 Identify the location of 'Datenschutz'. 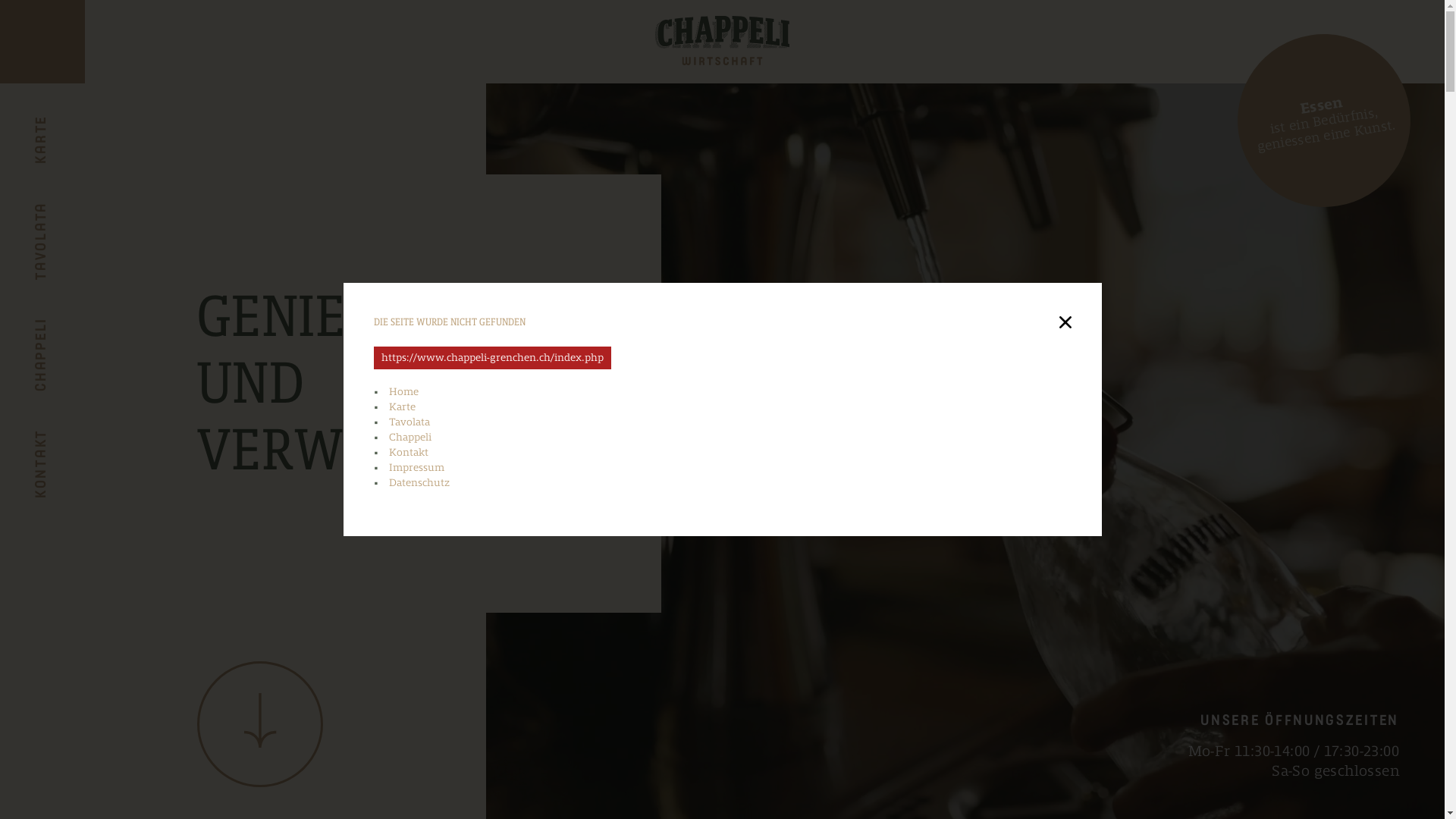
(419, 482).